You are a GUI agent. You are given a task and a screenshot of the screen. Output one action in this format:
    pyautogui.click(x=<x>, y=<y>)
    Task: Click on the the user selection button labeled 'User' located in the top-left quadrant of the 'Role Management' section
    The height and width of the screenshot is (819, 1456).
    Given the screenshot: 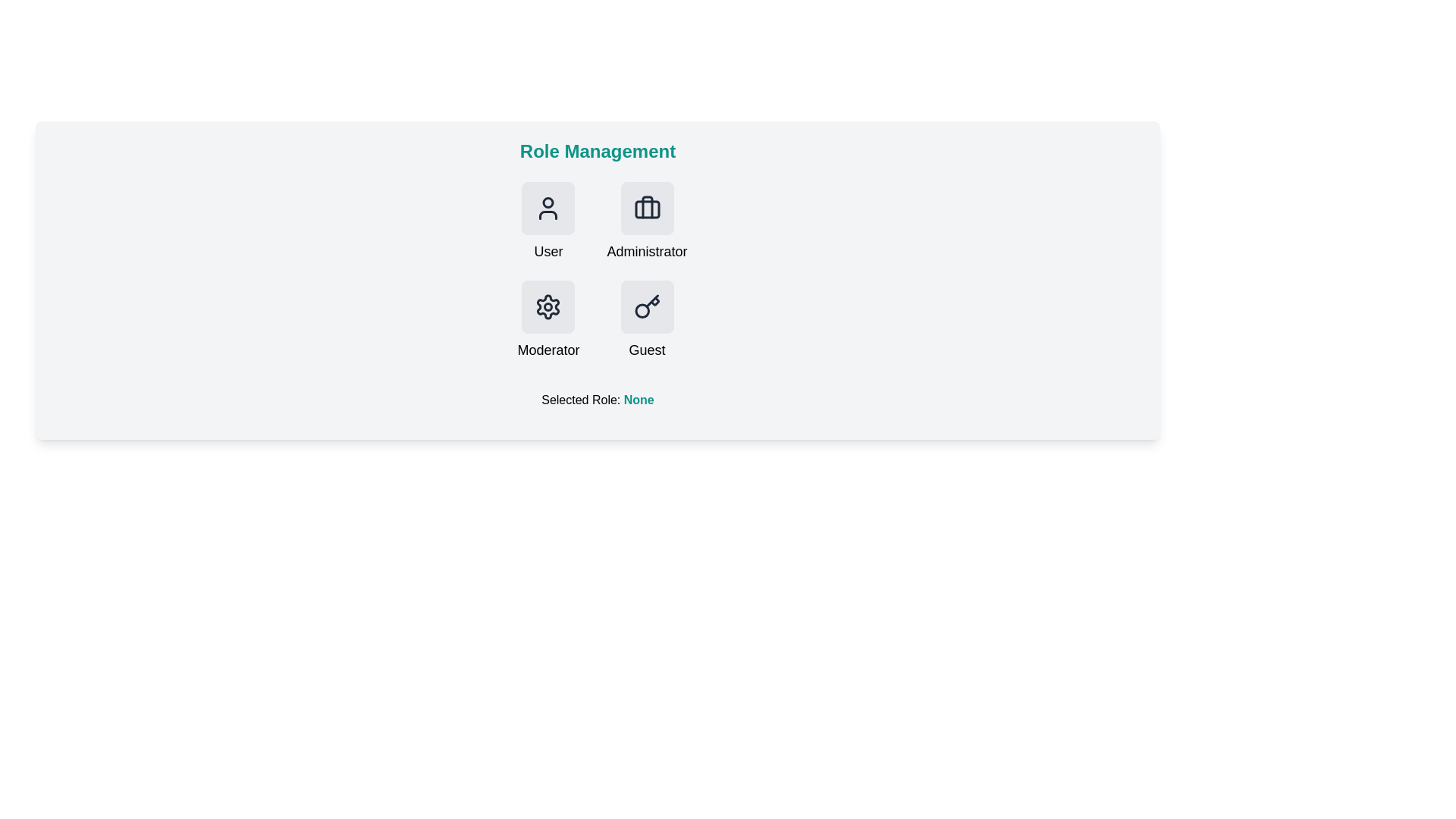 What is the action you would take?
    pyautogui.click(x=548, y=222)
    